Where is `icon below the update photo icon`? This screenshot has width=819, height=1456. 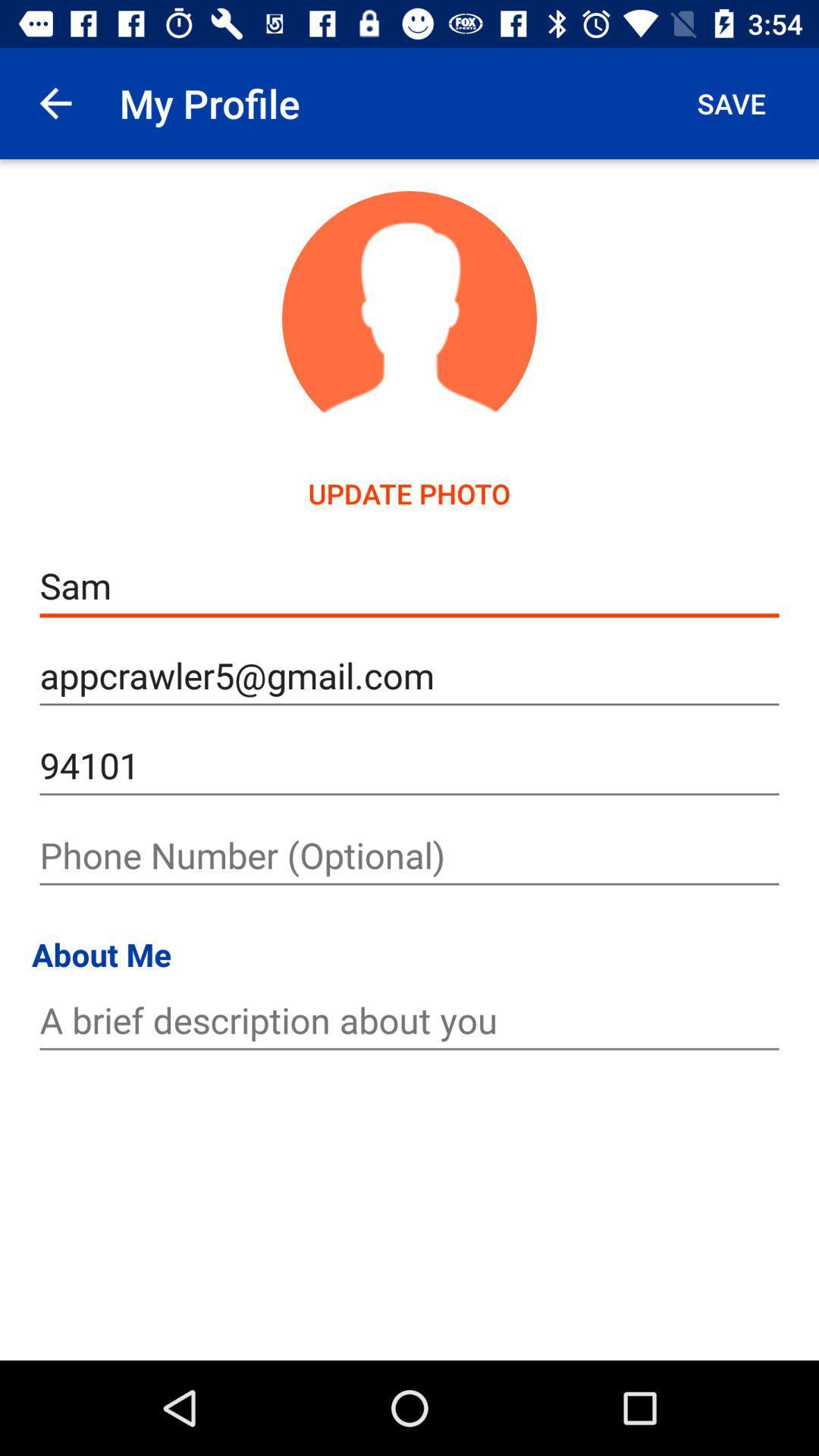 icon below the update photo icon is located at coordinates (409, 585).